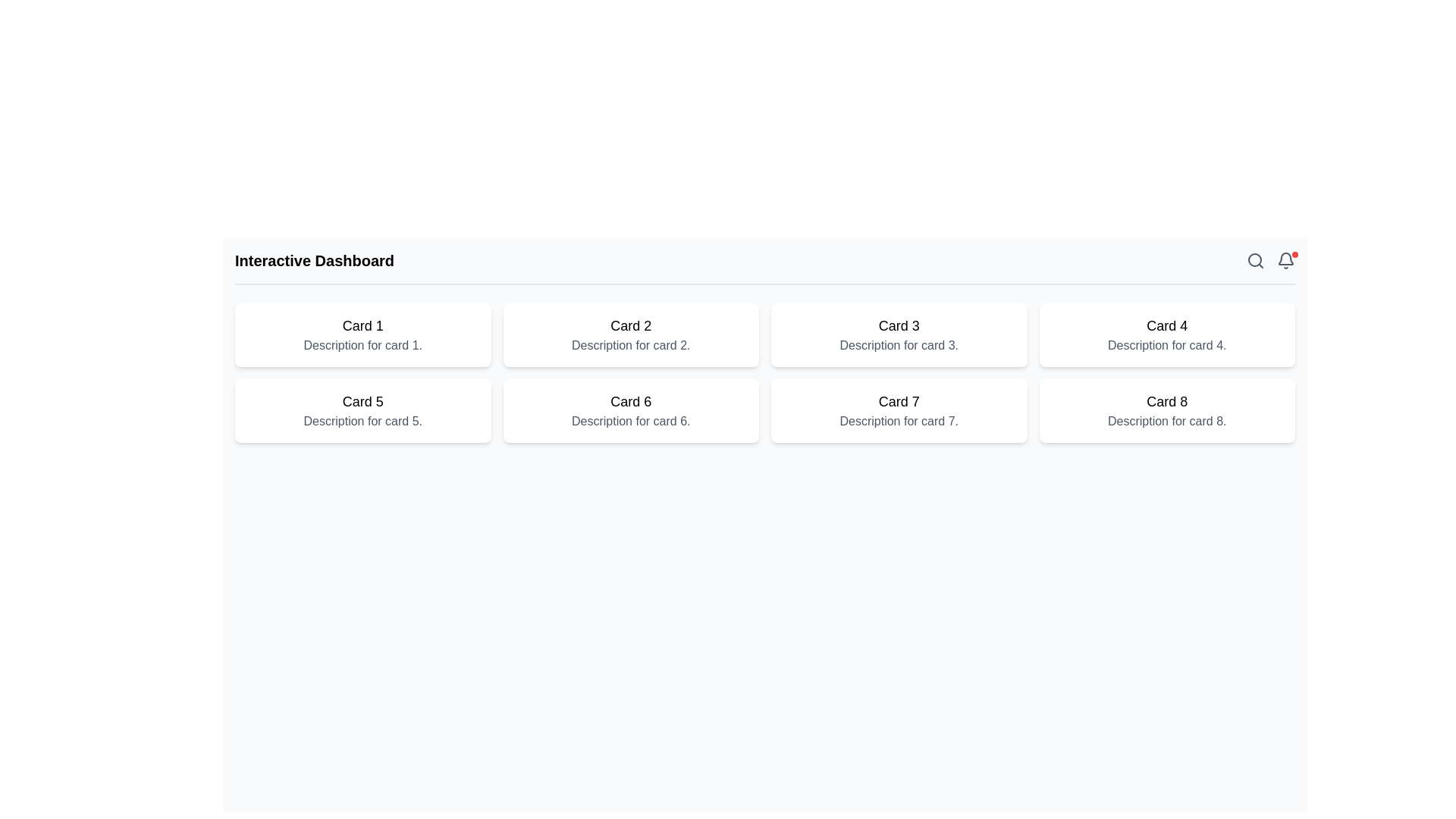 This screenshot has height=819, width=1456. I want to click on the 'Card 1' component located in the top-left corner of the grid layout, so click(362, 334).